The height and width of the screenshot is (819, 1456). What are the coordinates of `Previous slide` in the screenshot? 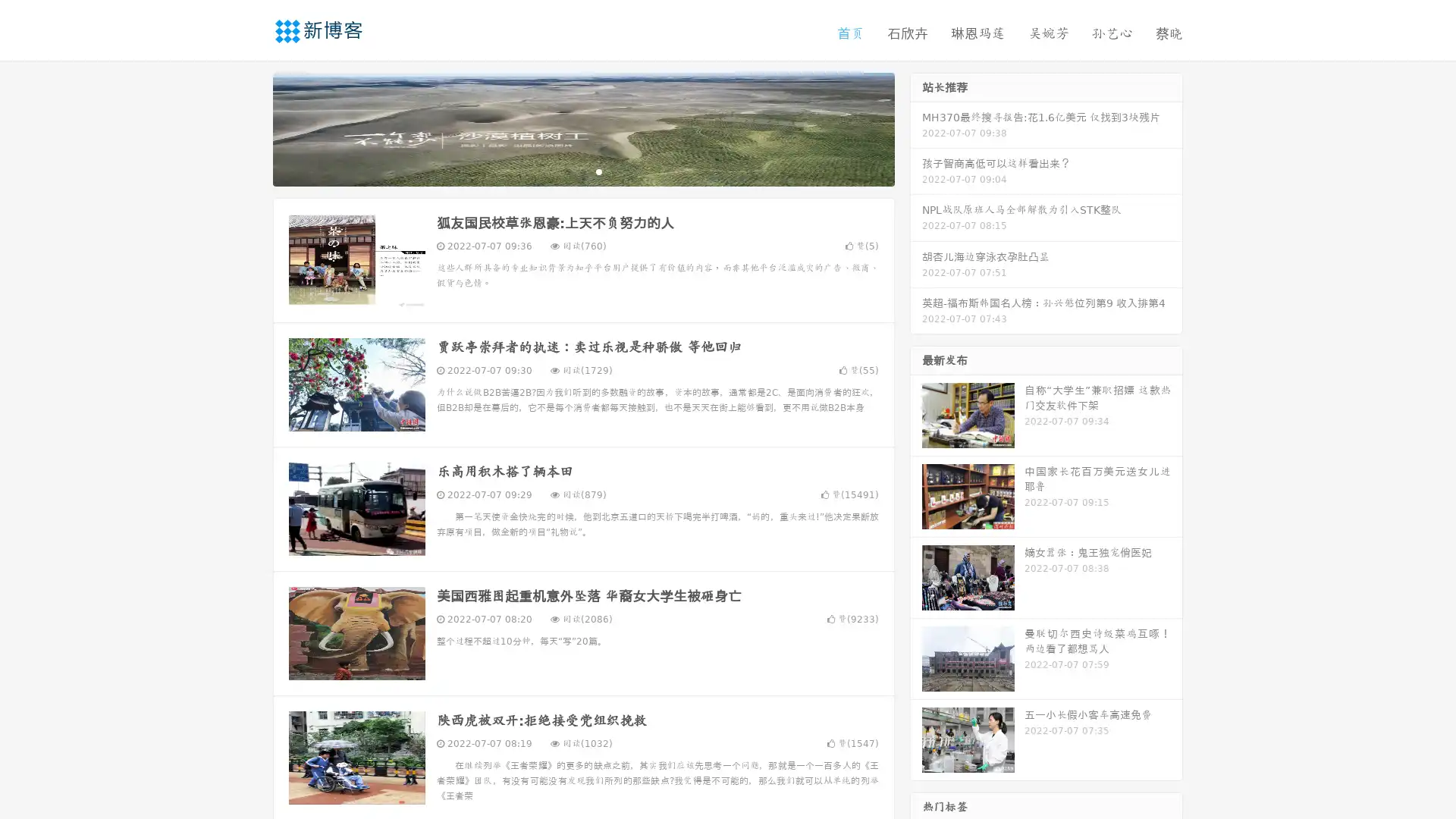 It's located at (250, 127).